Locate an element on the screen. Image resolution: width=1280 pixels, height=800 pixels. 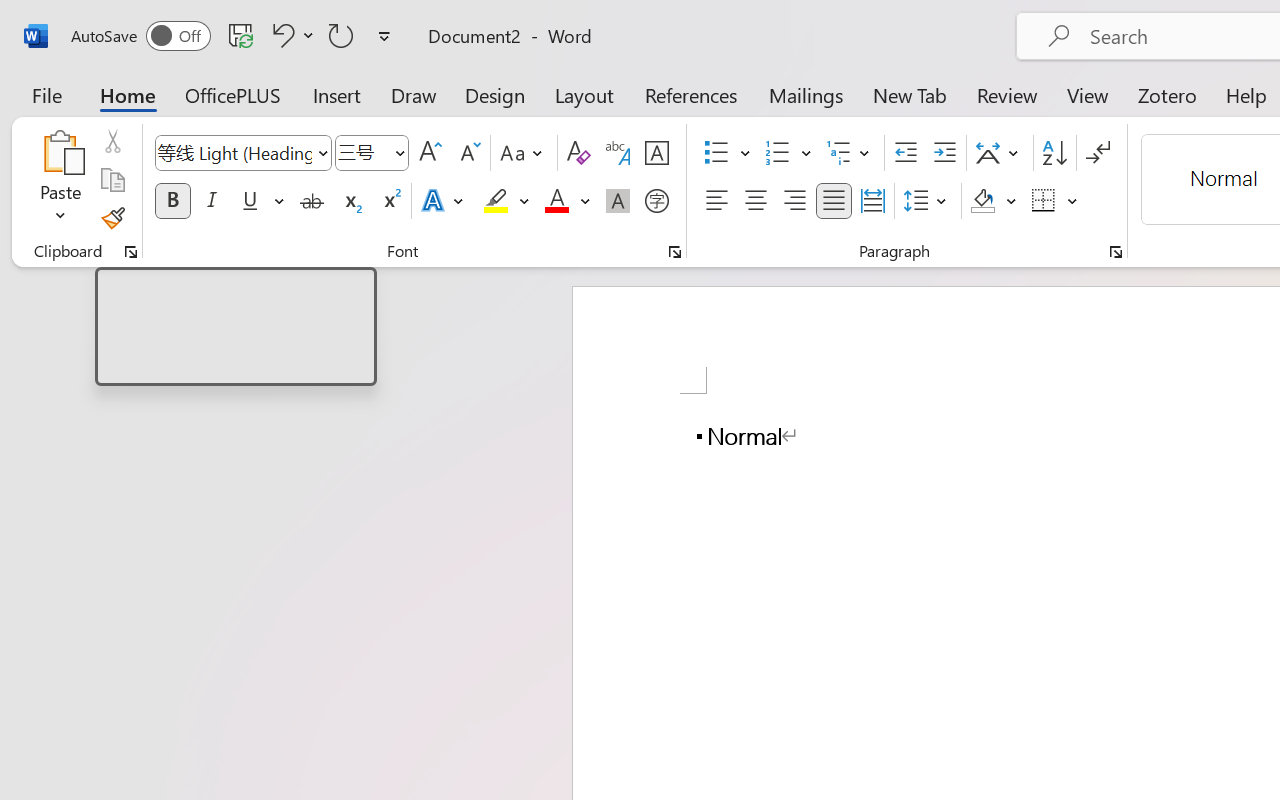
'Sort...' is located at coordinates (1053, 153).